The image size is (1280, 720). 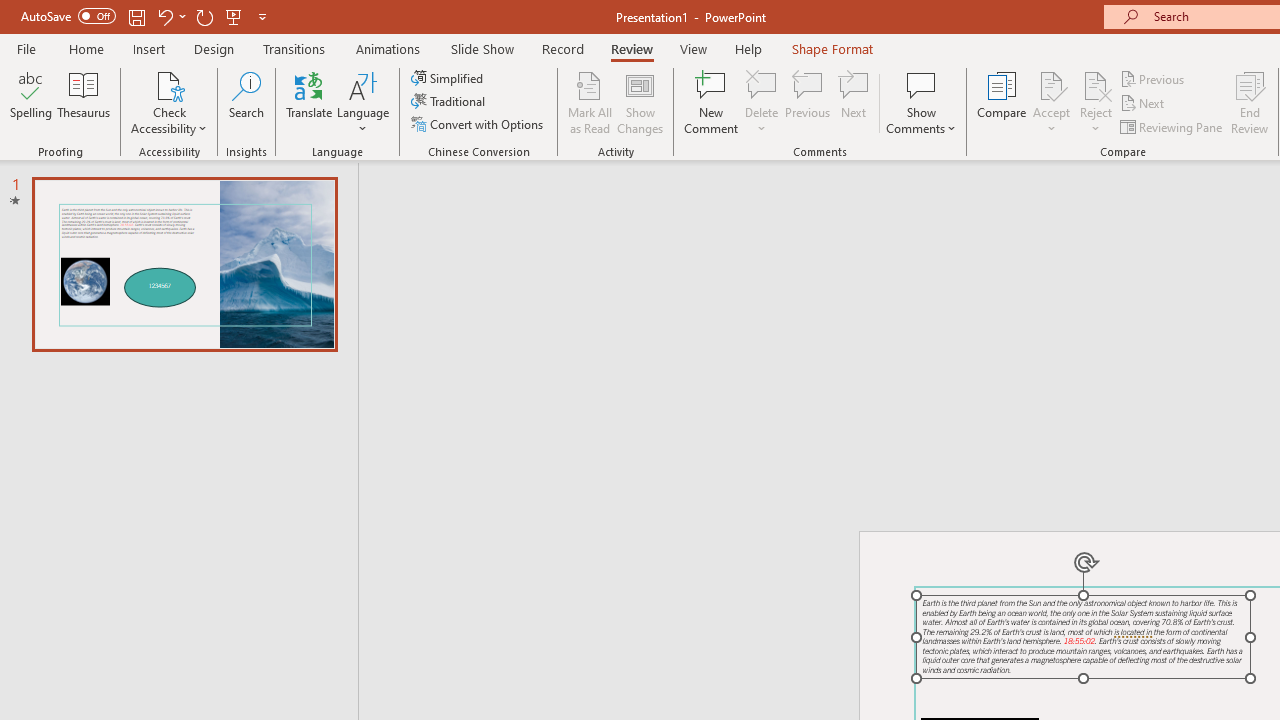 What do you see at coordinates (640, 103) in the screenshot?
I see `'Show Changes'` at bounding box center [640, 103].